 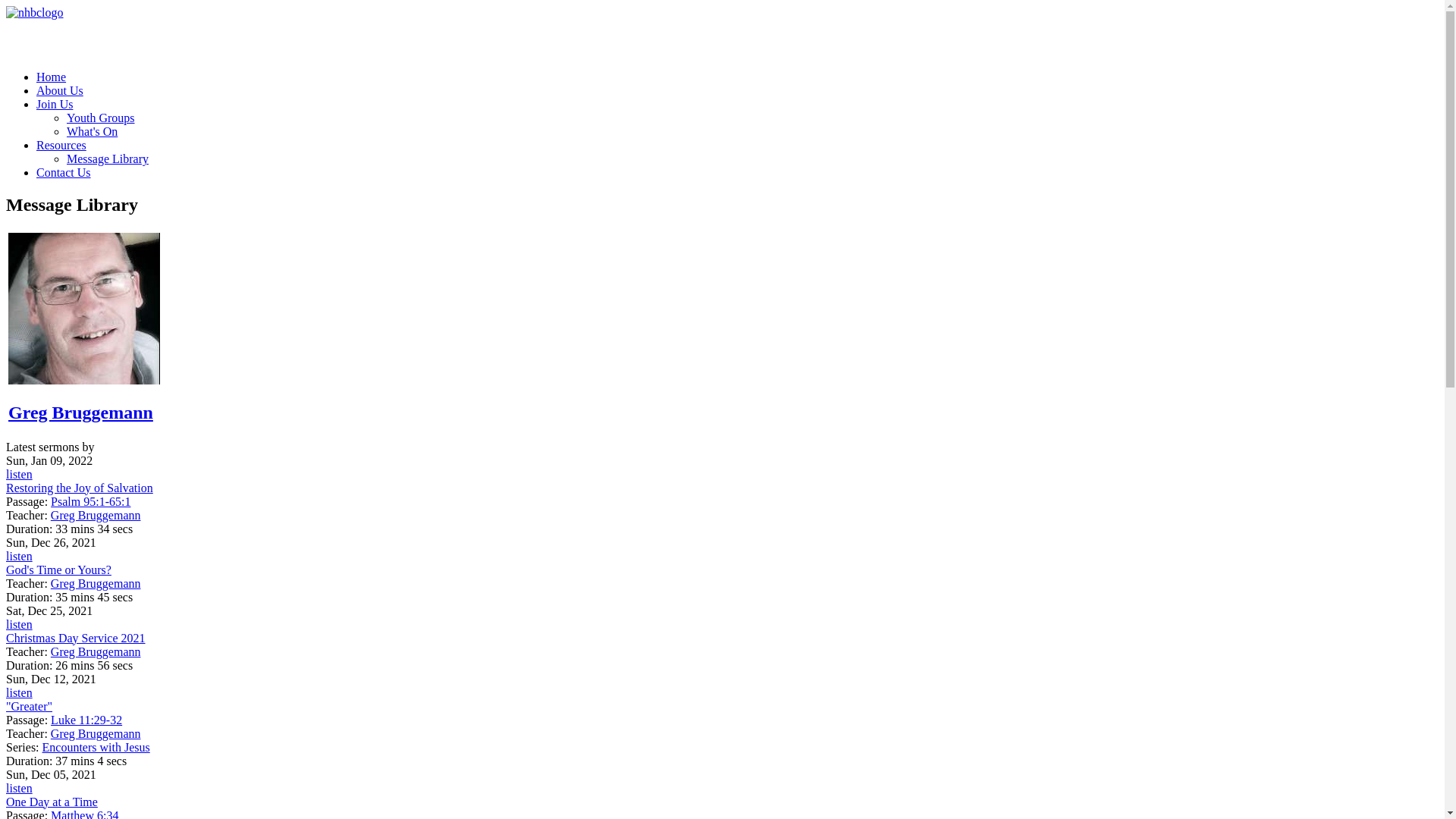 I want to click on 'One Day at a Time', so click(x=52, y=801).